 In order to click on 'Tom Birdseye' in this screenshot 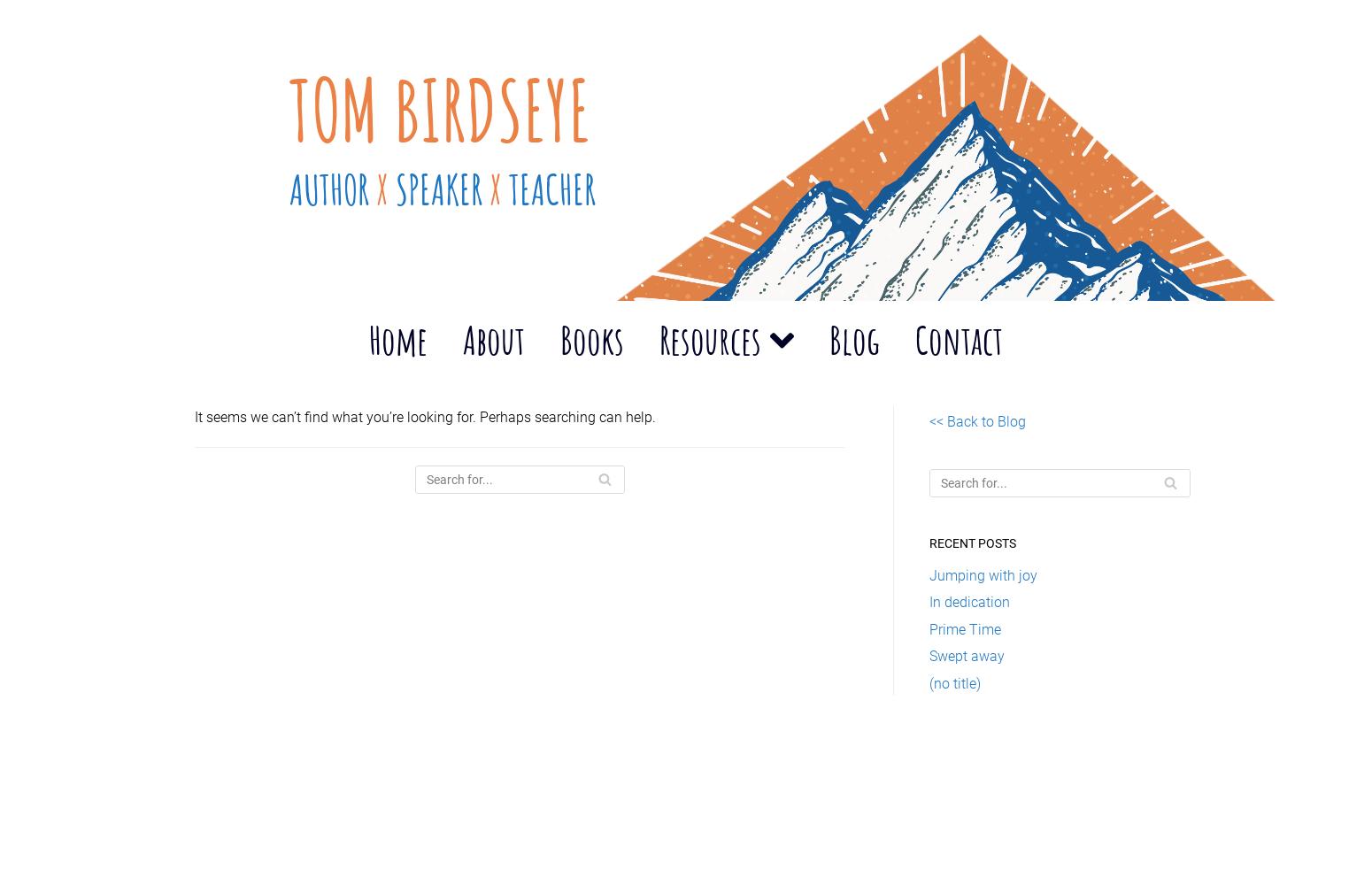, I will do `click(439, 108)`.